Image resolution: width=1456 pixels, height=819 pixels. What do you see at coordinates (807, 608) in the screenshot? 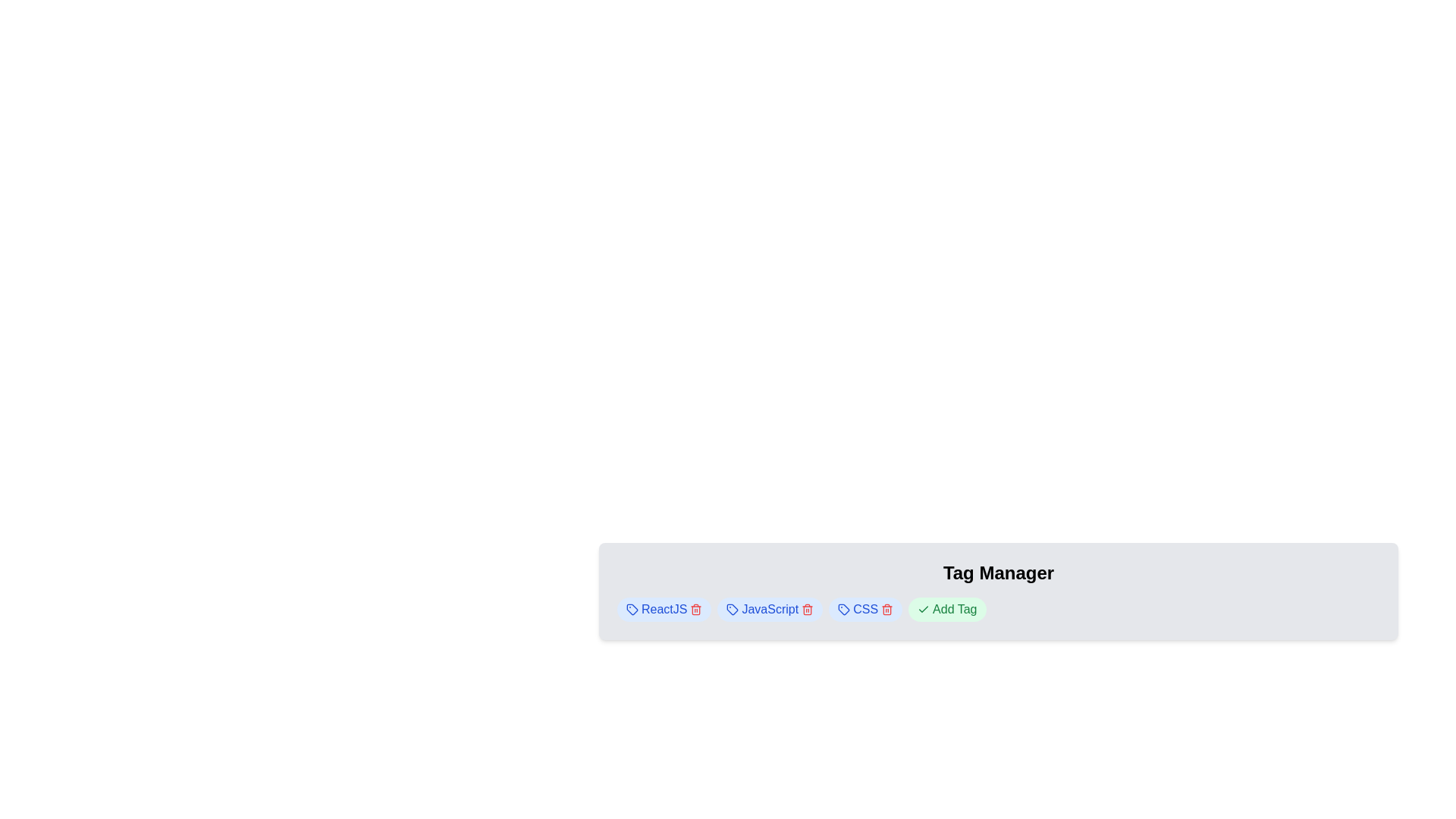
I see `the red trash can icon button located to the right of the 'JavaScript' label` at bounding box center [807, 608].